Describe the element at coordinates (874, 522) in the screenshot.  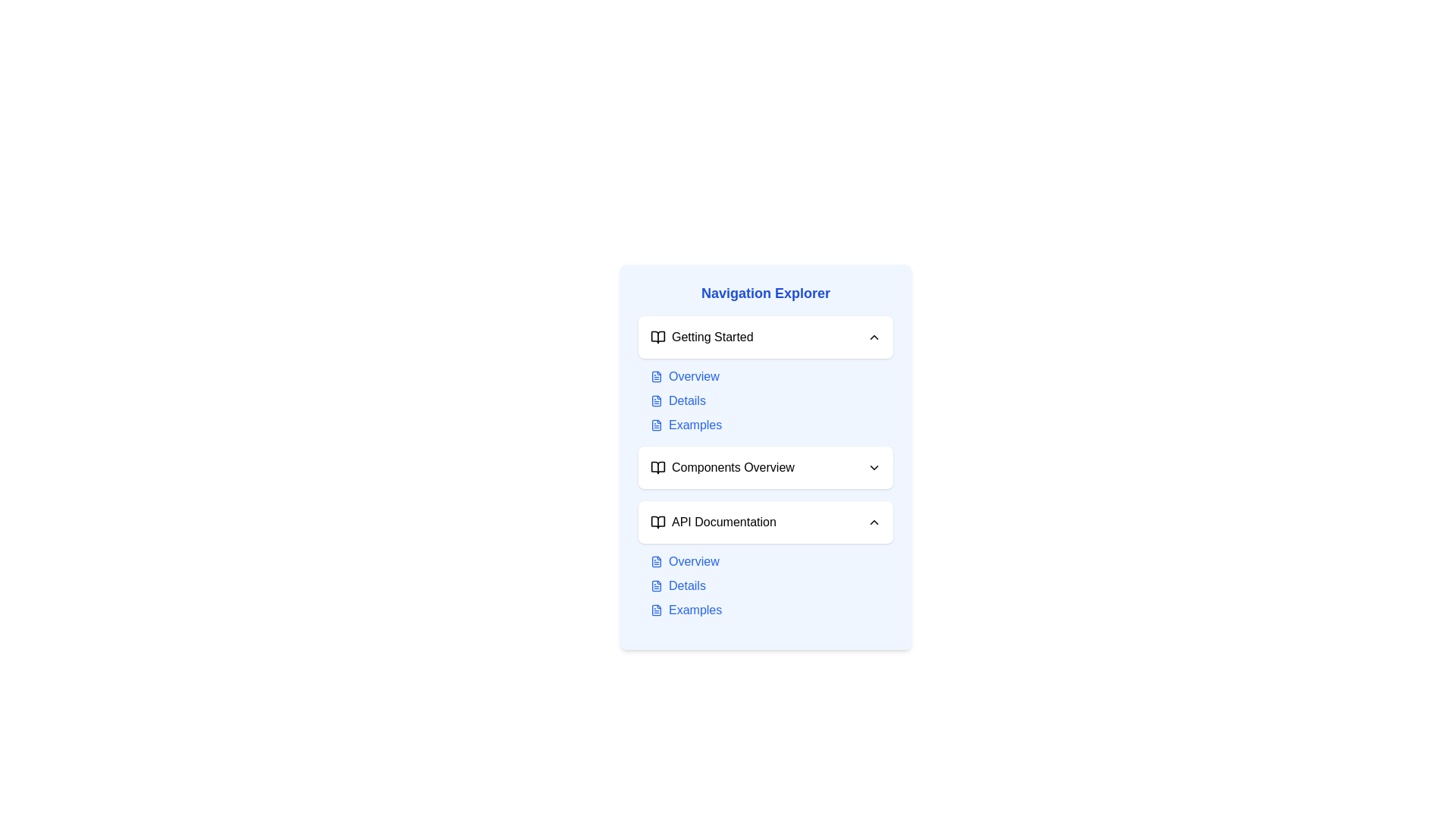
I see `the chevron-up icon button located on the right side of the 'API Documentation' section` at that location.